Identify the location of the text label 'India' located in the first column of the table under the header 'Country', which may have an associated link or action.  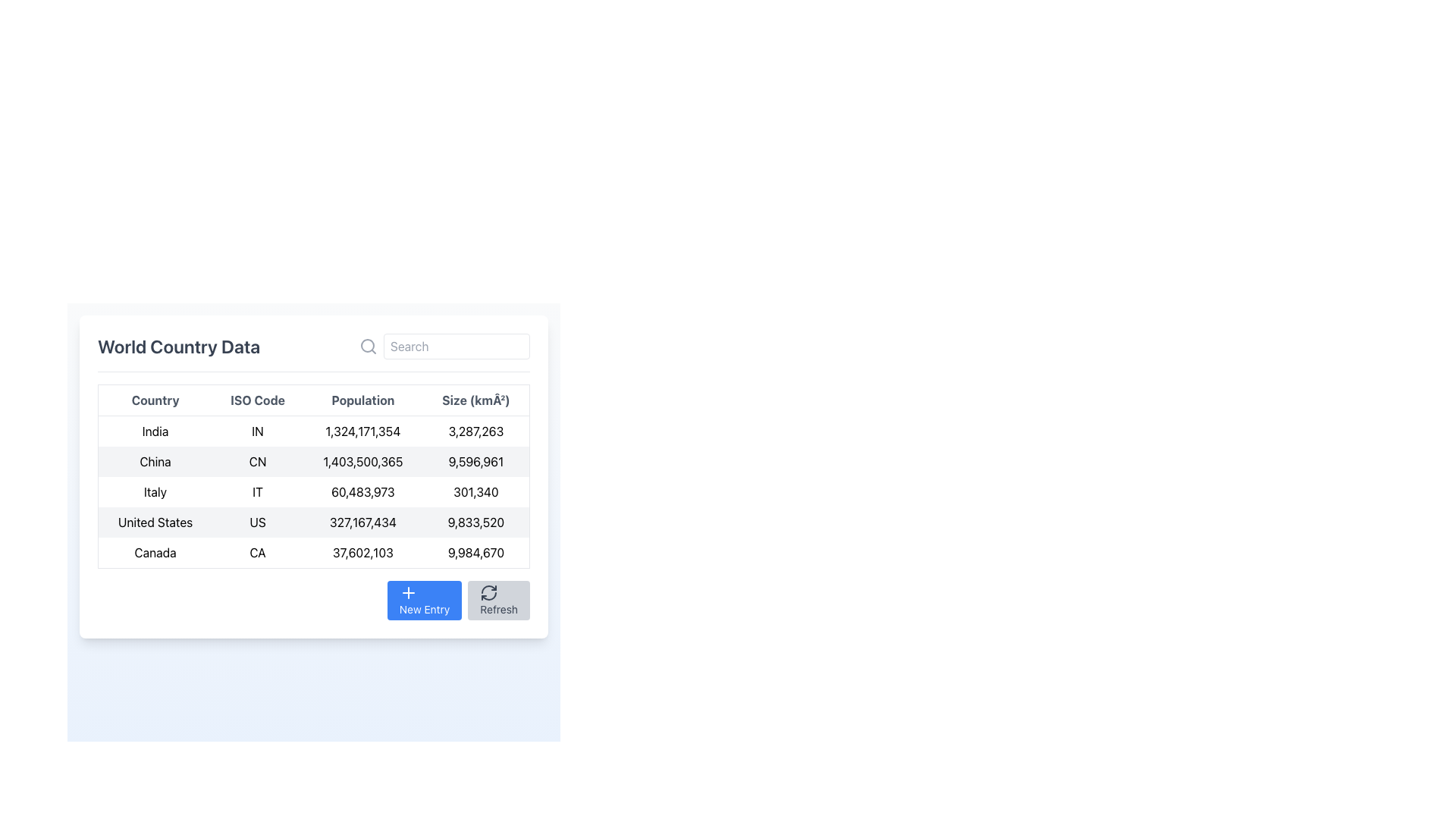
(155, 431).